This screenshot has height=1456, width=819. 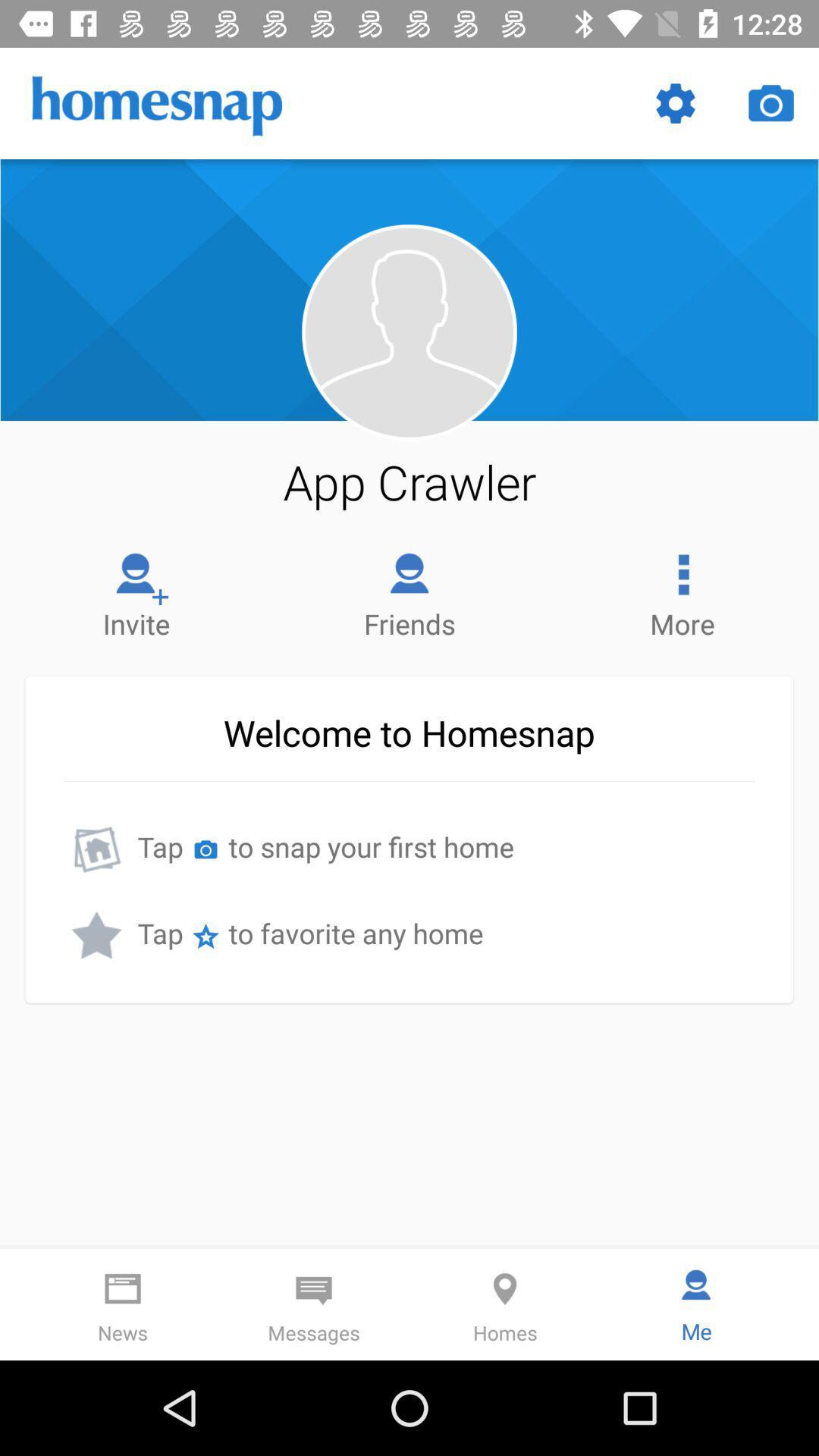 I want to click on the icon above invite icon, so click(x=409, y=481).